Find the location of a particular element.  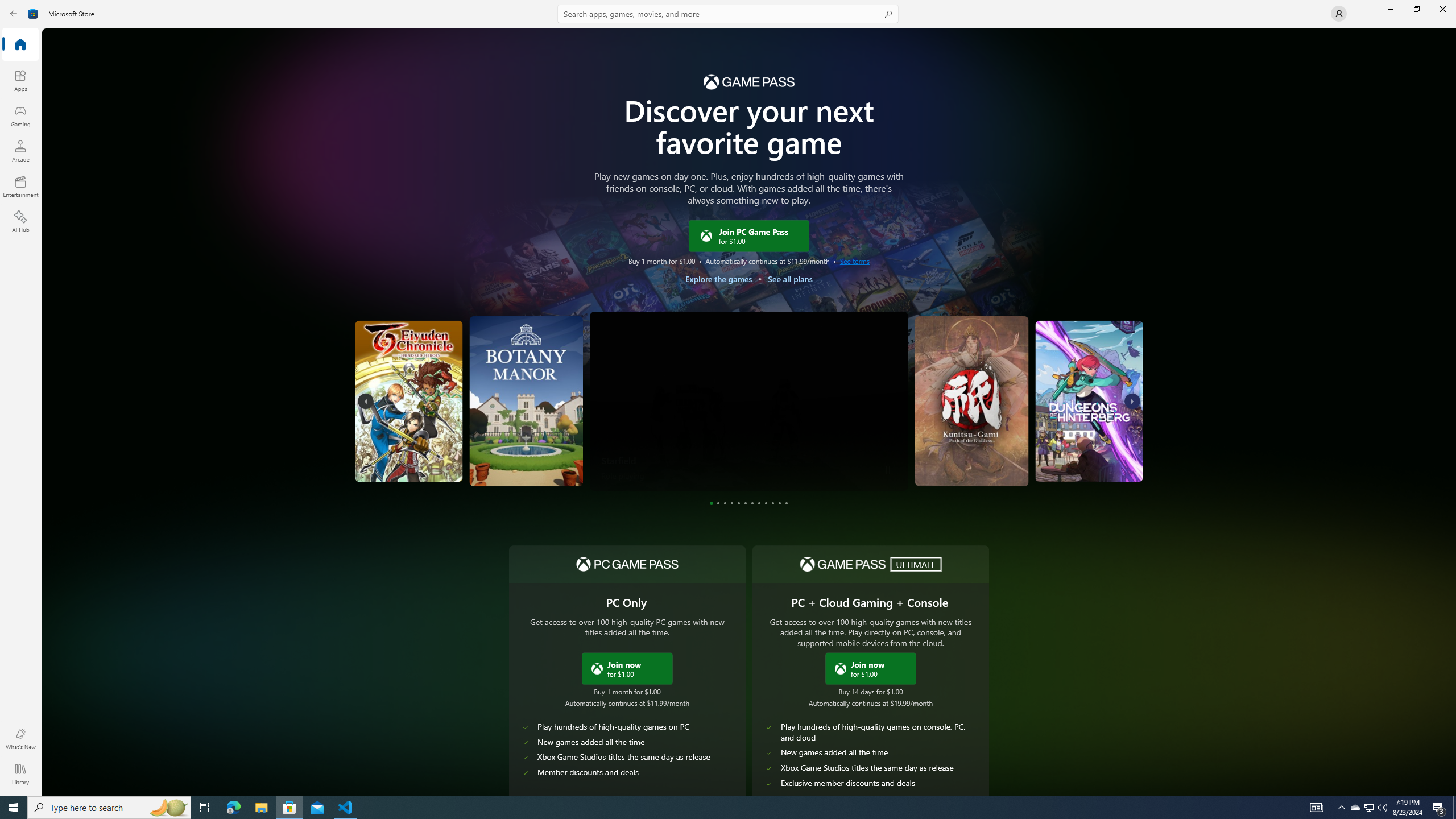

'Explore the games' is located at coordinates (718, 279).